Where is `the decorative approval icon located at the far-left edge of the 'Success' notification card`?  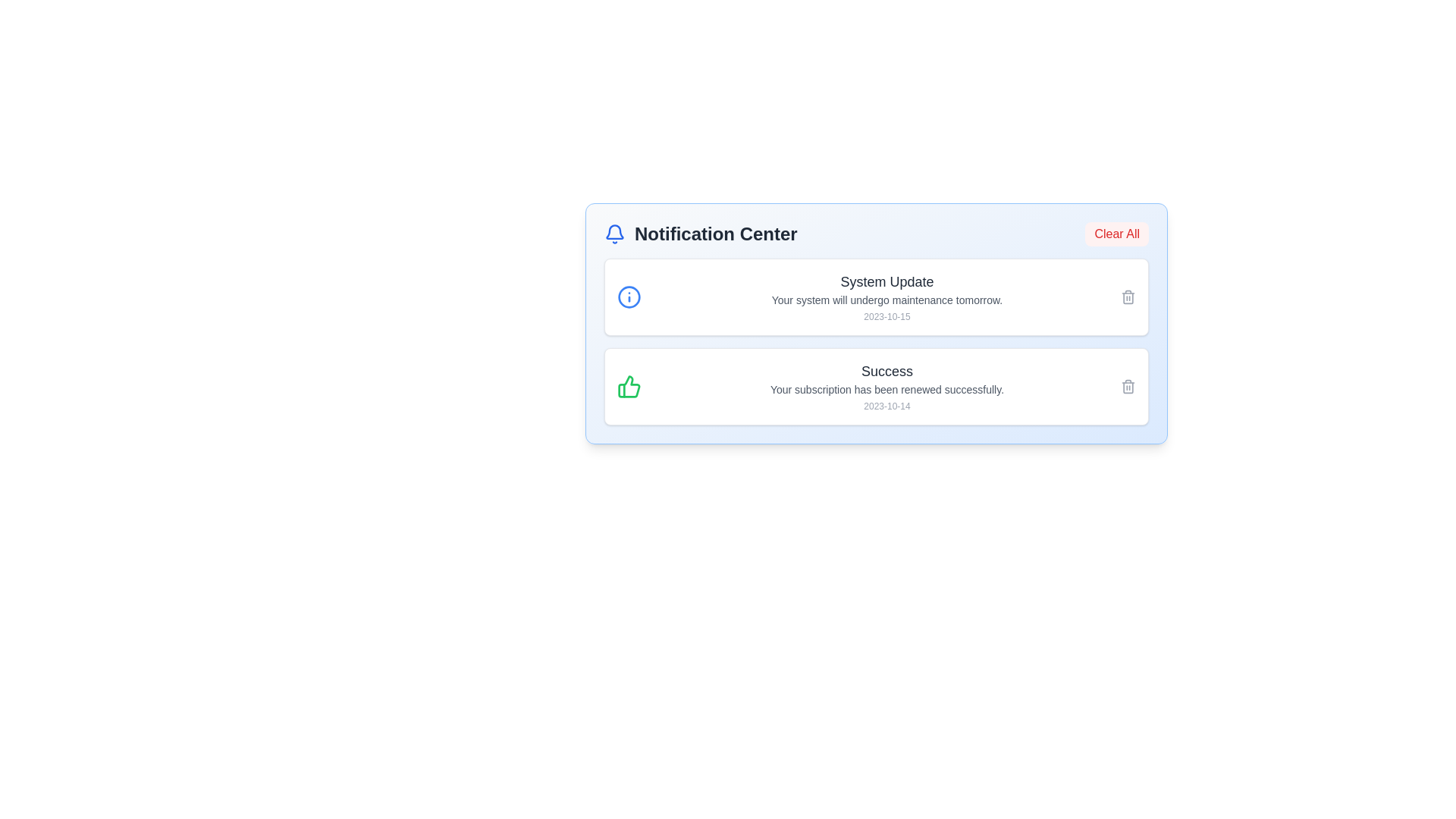 the decorative approval icon located at the far-left edge of the 'Success' notification card is located at coordinates (629, 385).